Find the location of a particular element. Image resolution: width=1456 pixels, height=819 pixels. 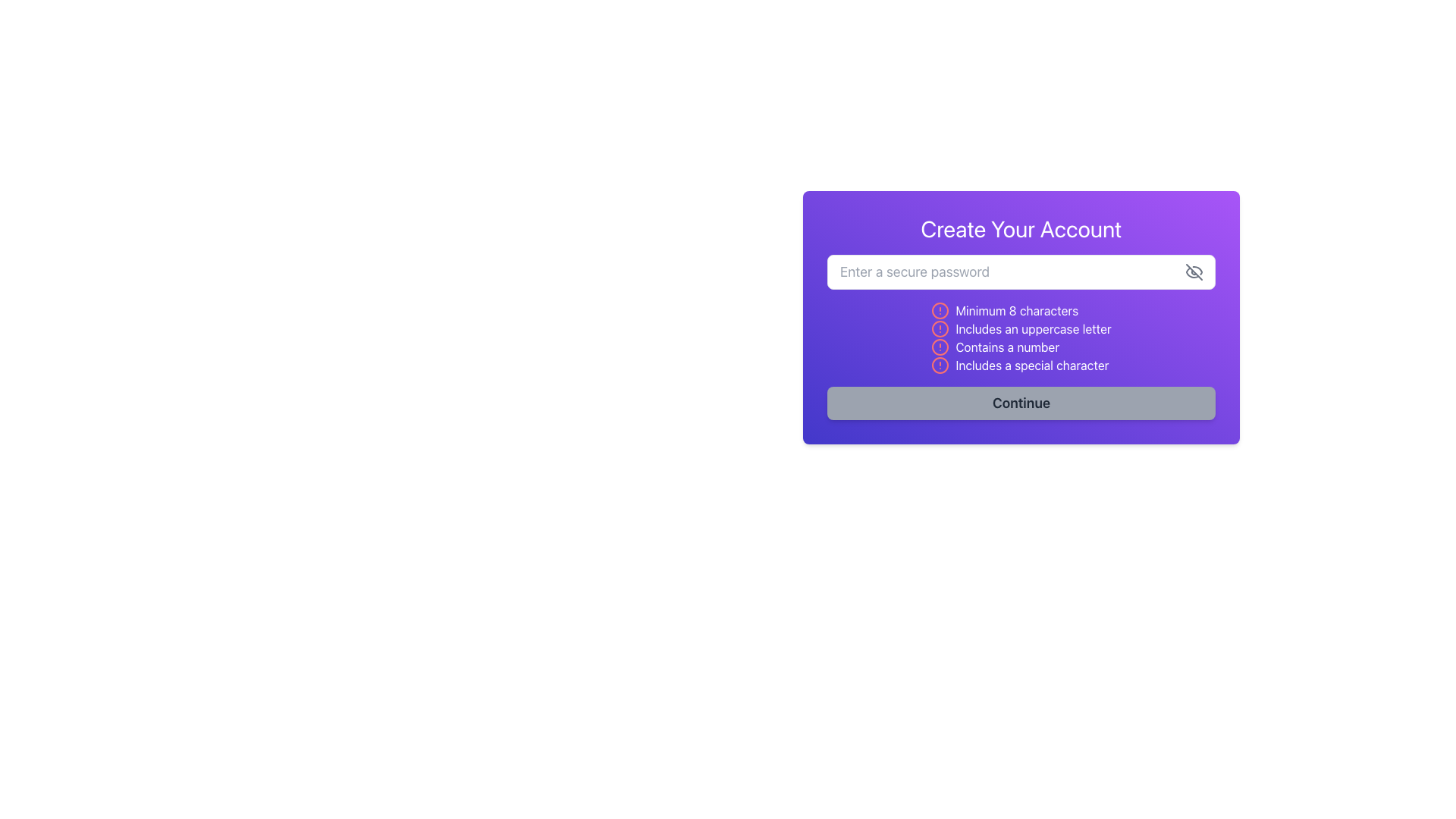

the validation issue icon located to the left of the text 'Minimum 8 characters', which is the first element in the vertical list of password policy validation criteria is located at coordinates (940, 309).